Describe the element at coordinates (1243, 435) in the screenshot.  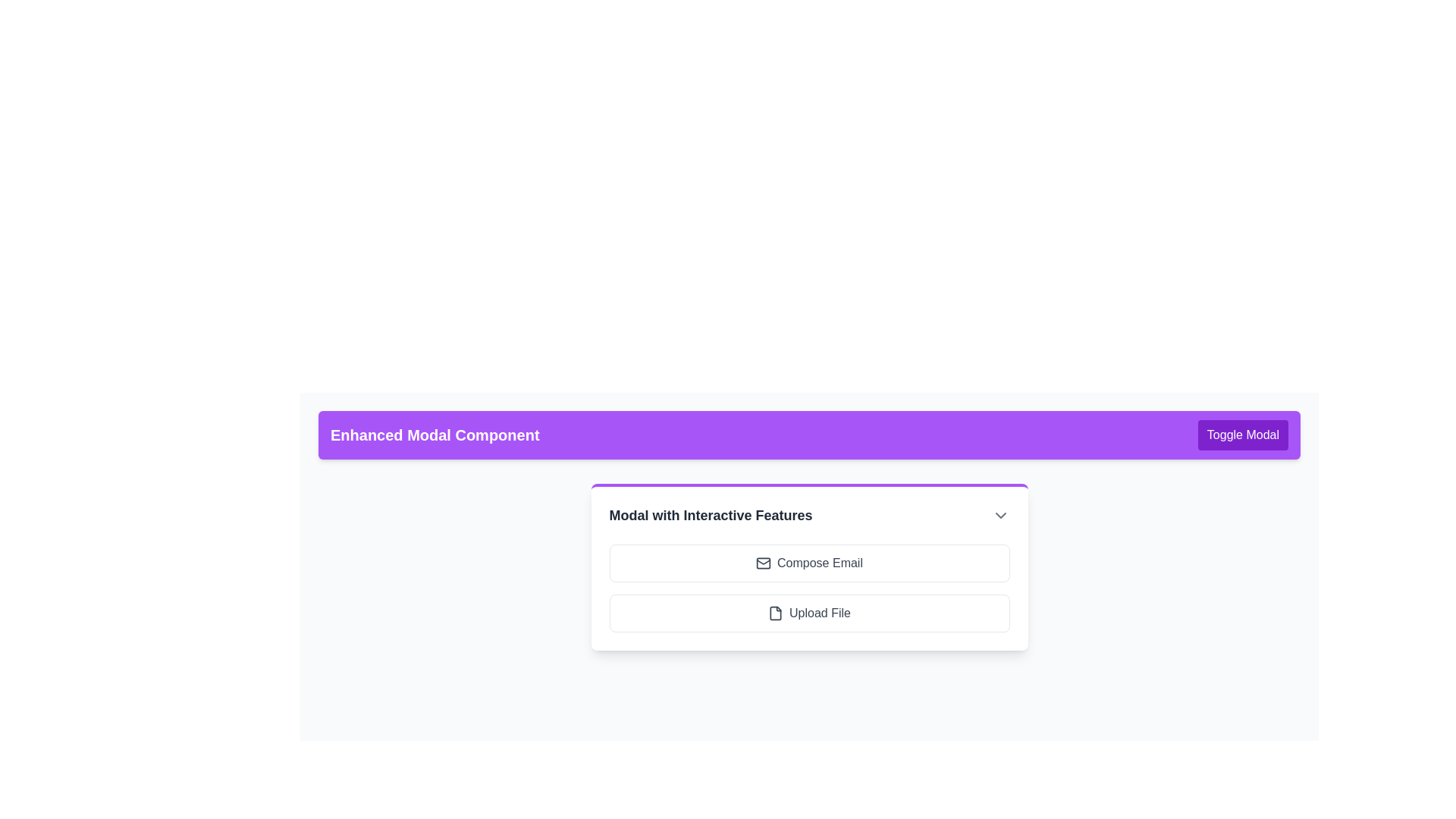
I see `the 'Toggle Modal' button with a purple background and white text` at that location.